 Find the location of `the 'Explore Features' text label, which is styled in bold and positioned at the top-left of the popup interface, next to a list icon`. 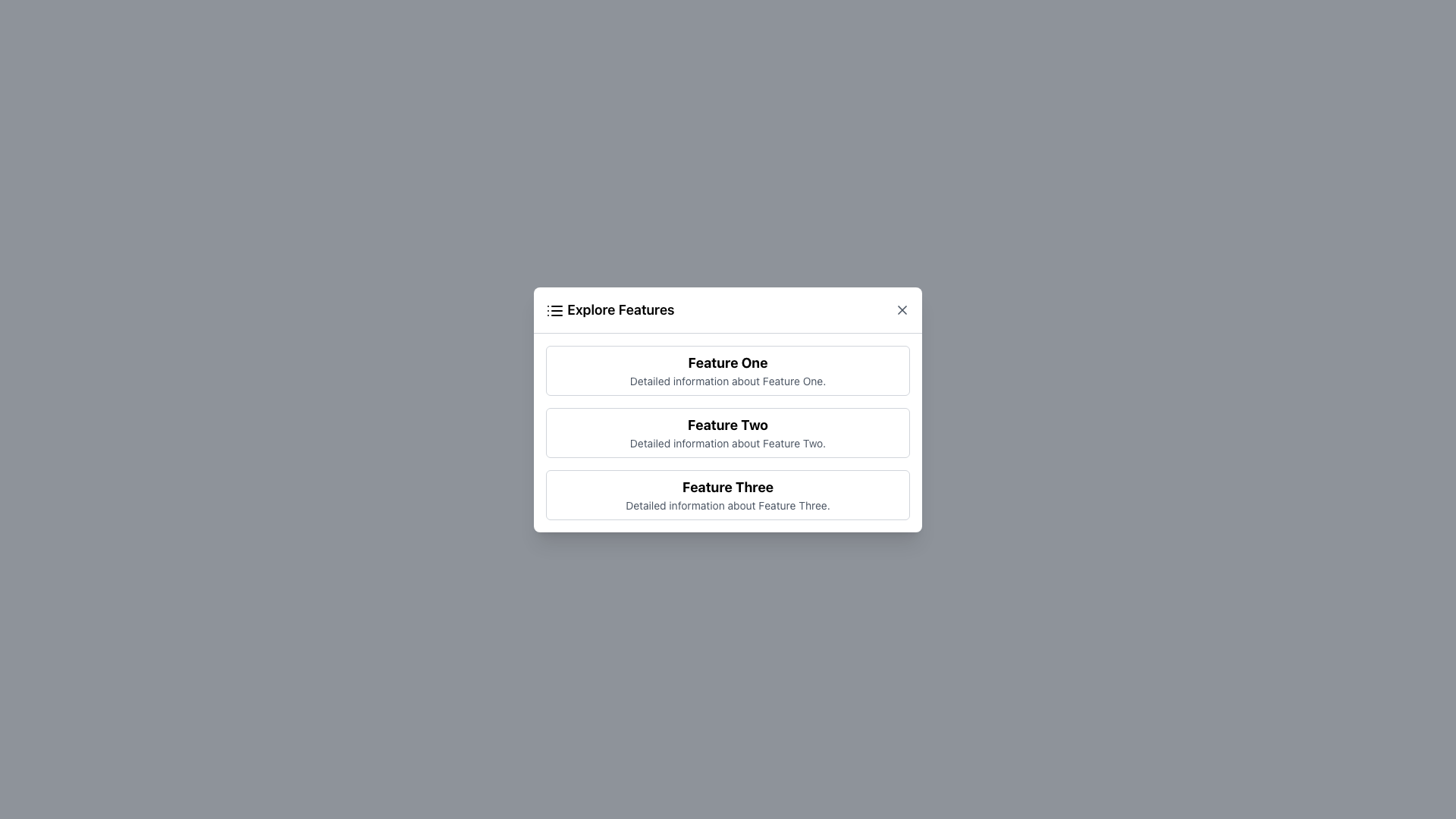

the 'Explore Features' text label, which is styled in bold and positioned at the top-left of the popup interface, next to a list icon is located at coordinates (610, 309).